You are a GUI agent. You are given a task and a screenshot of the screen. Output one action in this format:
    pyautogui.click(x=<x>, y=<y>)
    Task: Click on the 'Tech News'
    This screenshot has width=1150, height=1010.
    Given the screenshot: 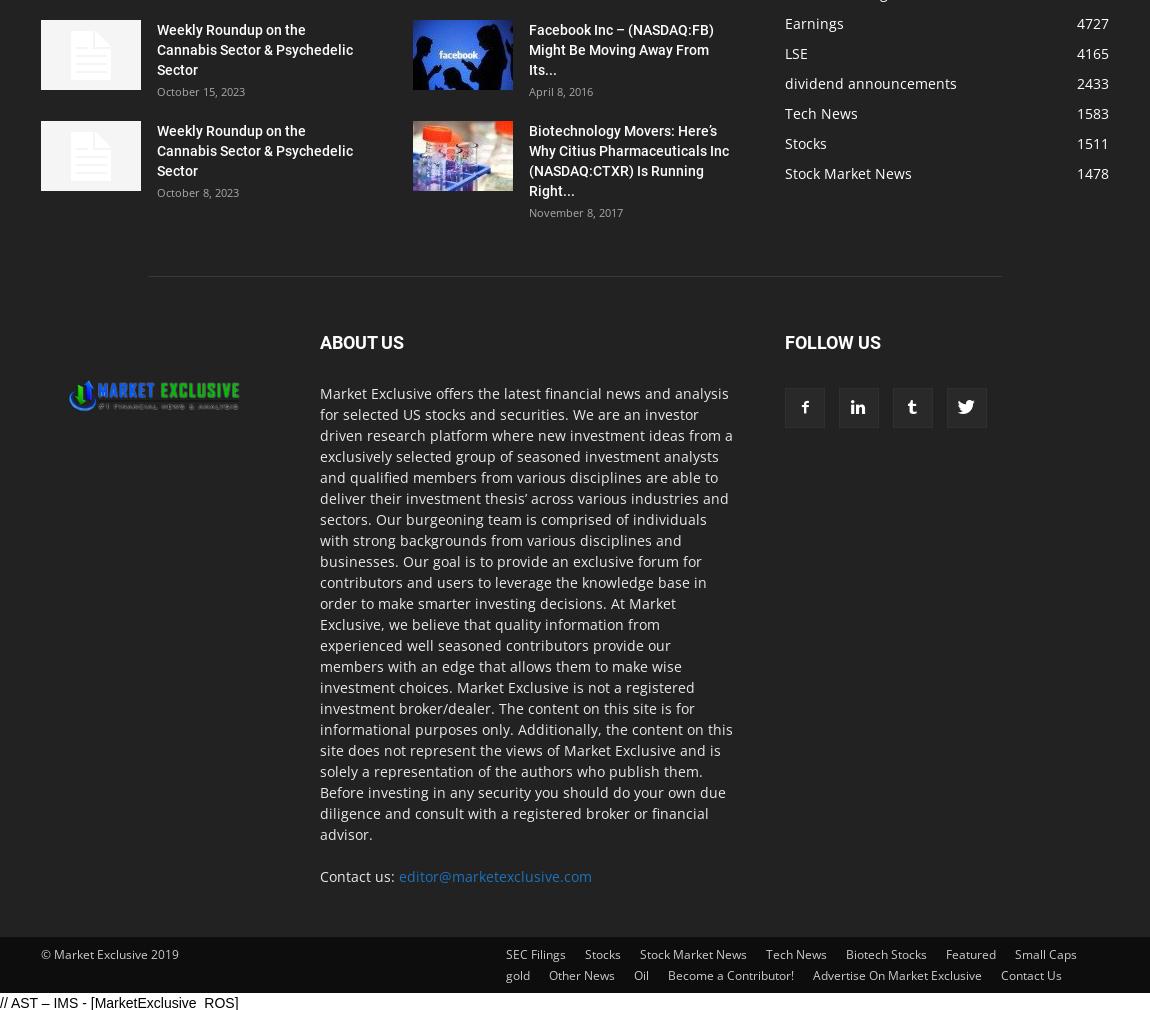 What is the action you would take?
    pyautogui.click(x=820, y=112)
    